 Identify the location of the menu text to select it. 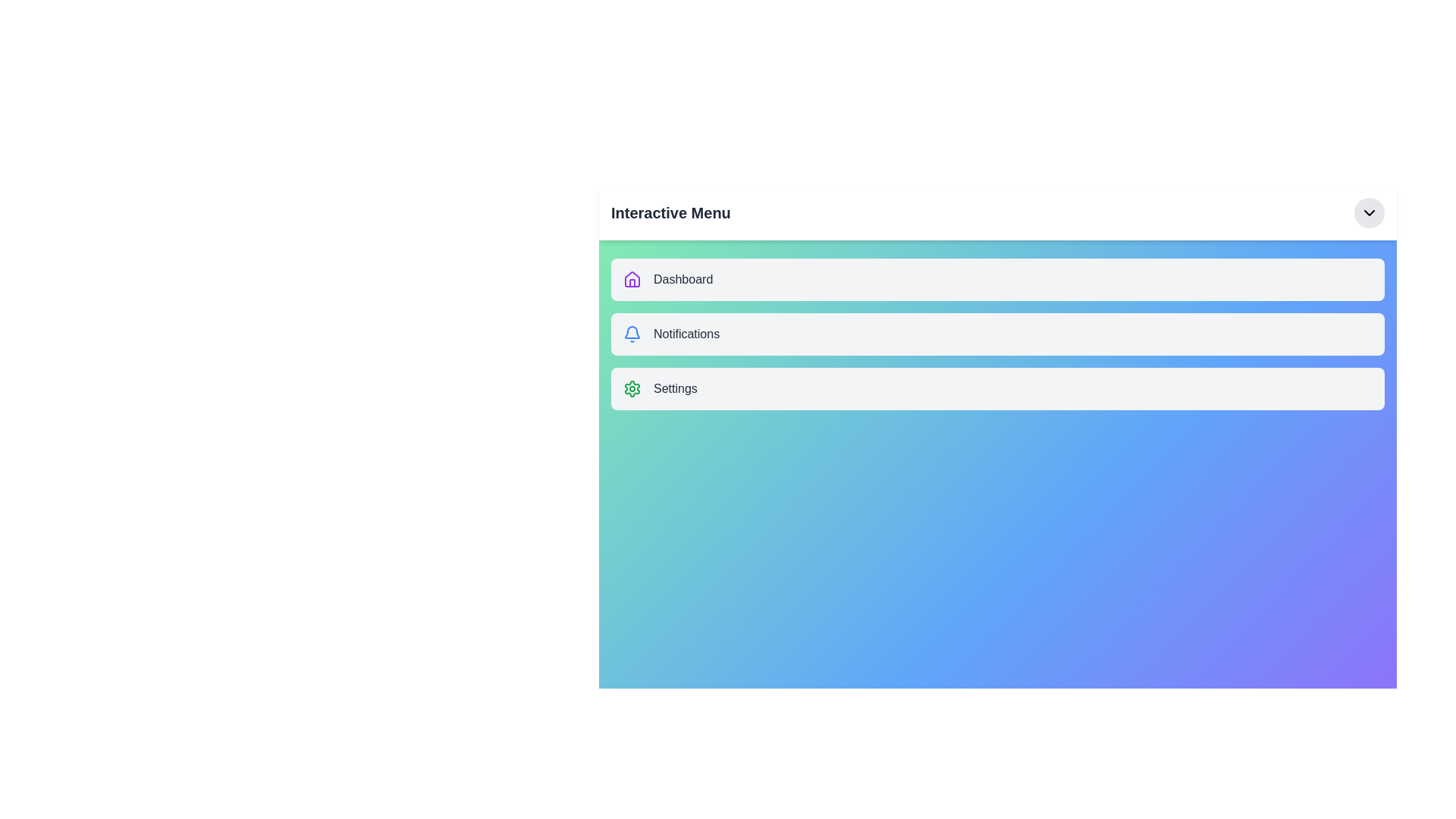
(670, 213).